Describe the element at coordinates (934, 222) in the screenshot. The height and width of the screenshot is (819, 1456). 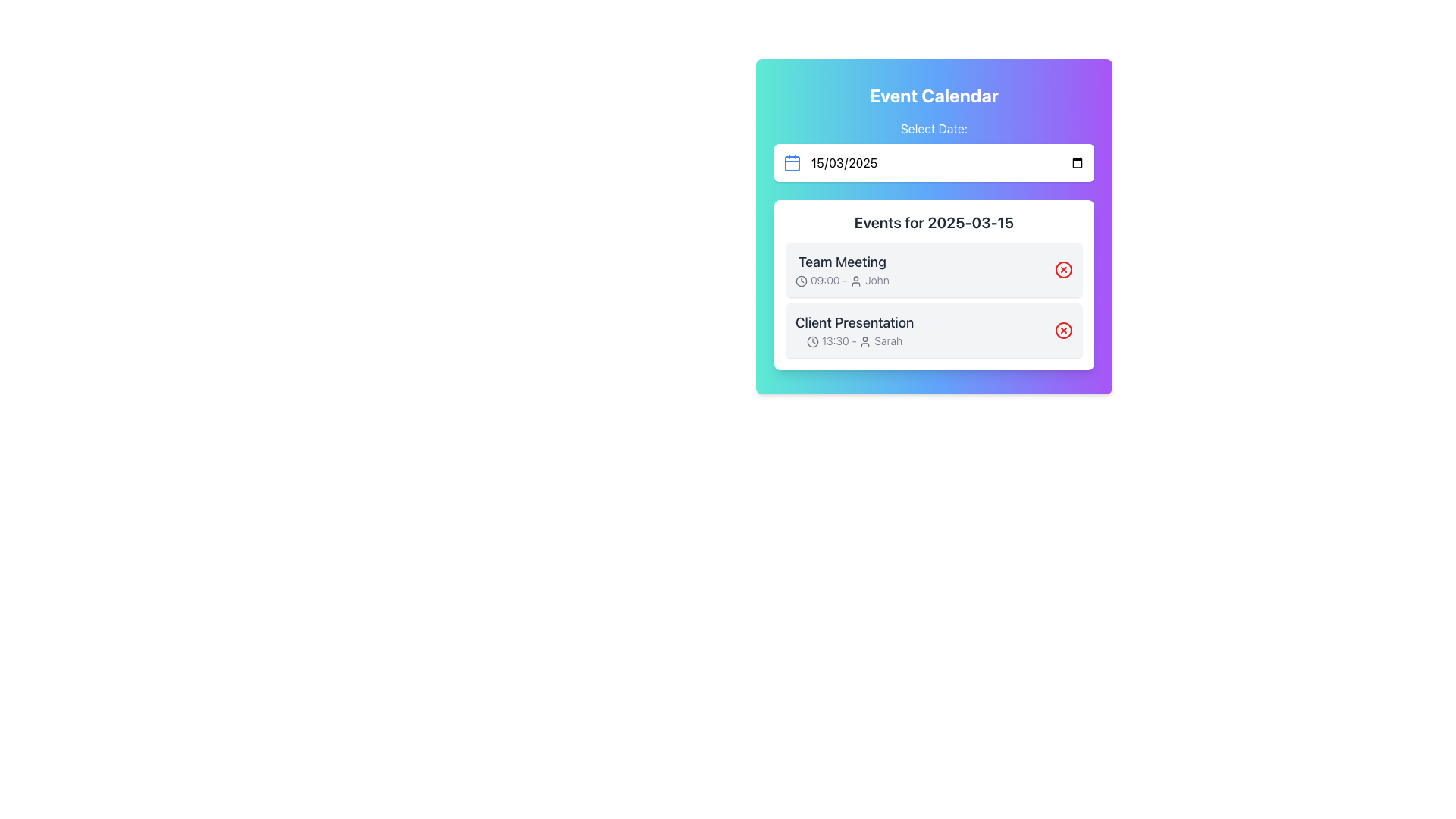
I see `the text heading that displays 'Events for 2025-03-15', which is styled with a bold font and is positioned at the top of the events section` at that location.